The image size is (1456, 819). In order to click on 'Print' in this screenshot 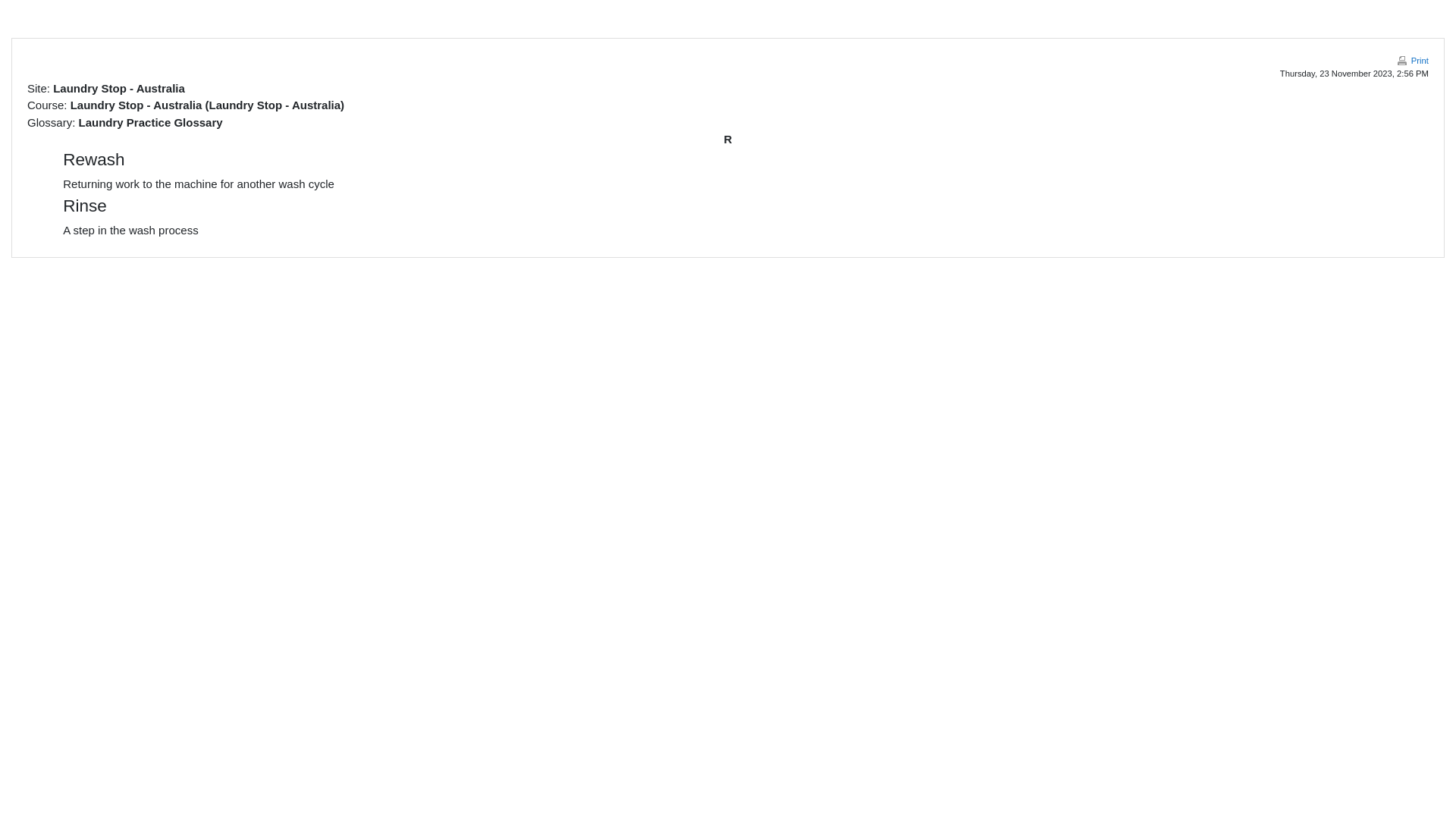, I will do `click(1411, 60)`.